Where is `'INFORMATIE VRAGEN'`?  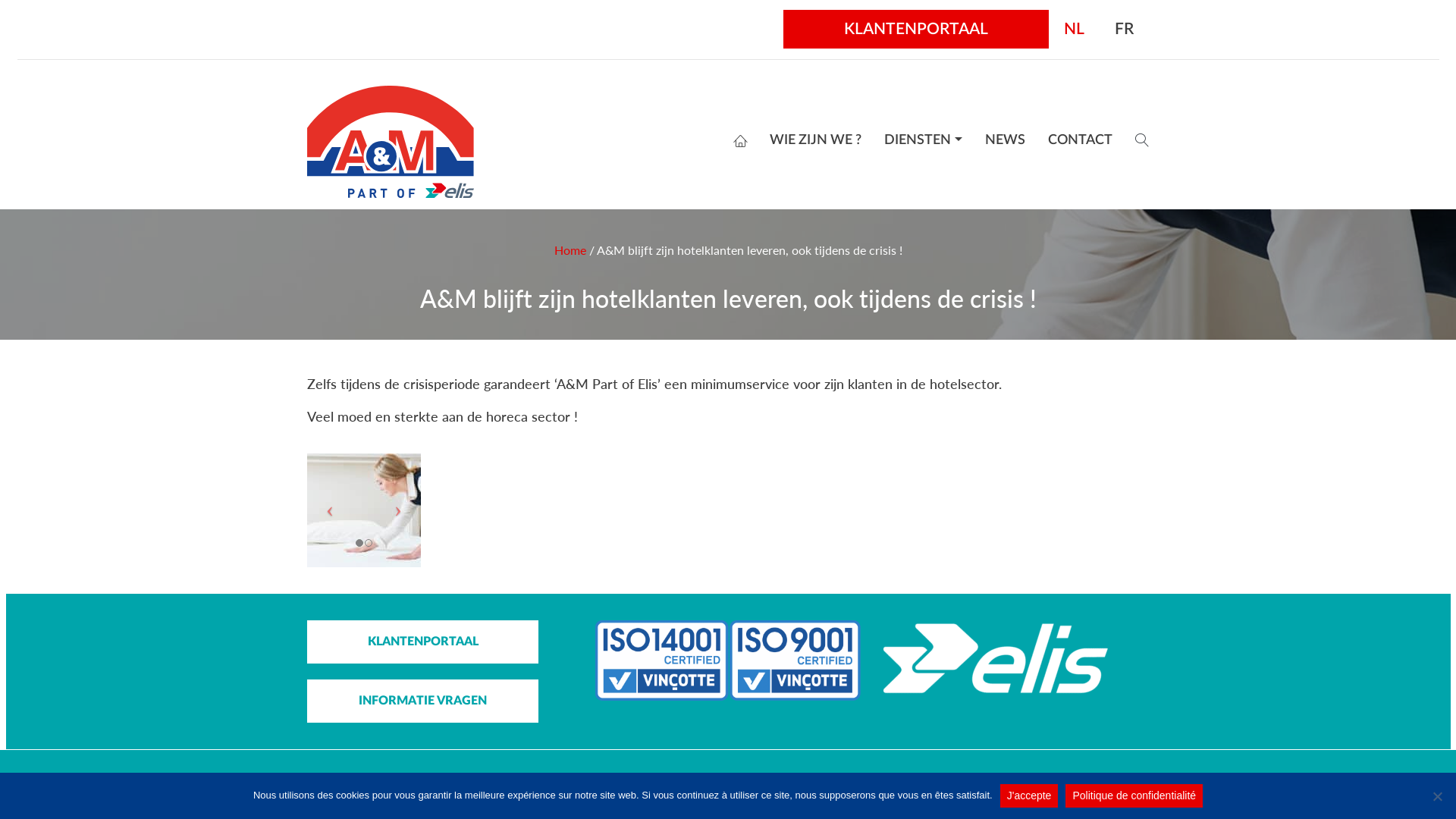
'INFORMATIE VRAGEN' is located at coordinates (422, 701).